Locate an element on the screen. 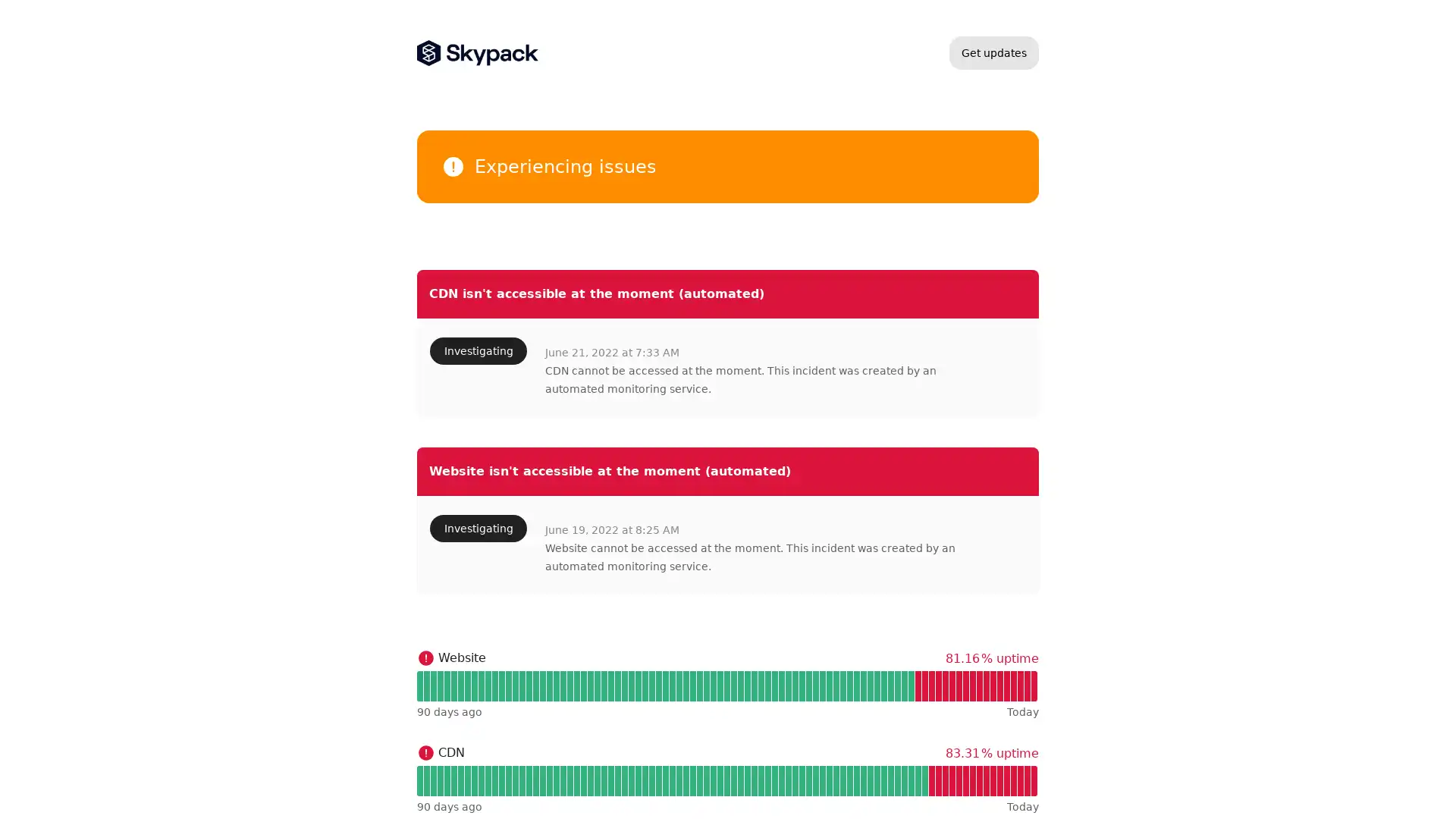 This screenshot has width=1456, height=819. Get updates is located at coordinates (993, 52).